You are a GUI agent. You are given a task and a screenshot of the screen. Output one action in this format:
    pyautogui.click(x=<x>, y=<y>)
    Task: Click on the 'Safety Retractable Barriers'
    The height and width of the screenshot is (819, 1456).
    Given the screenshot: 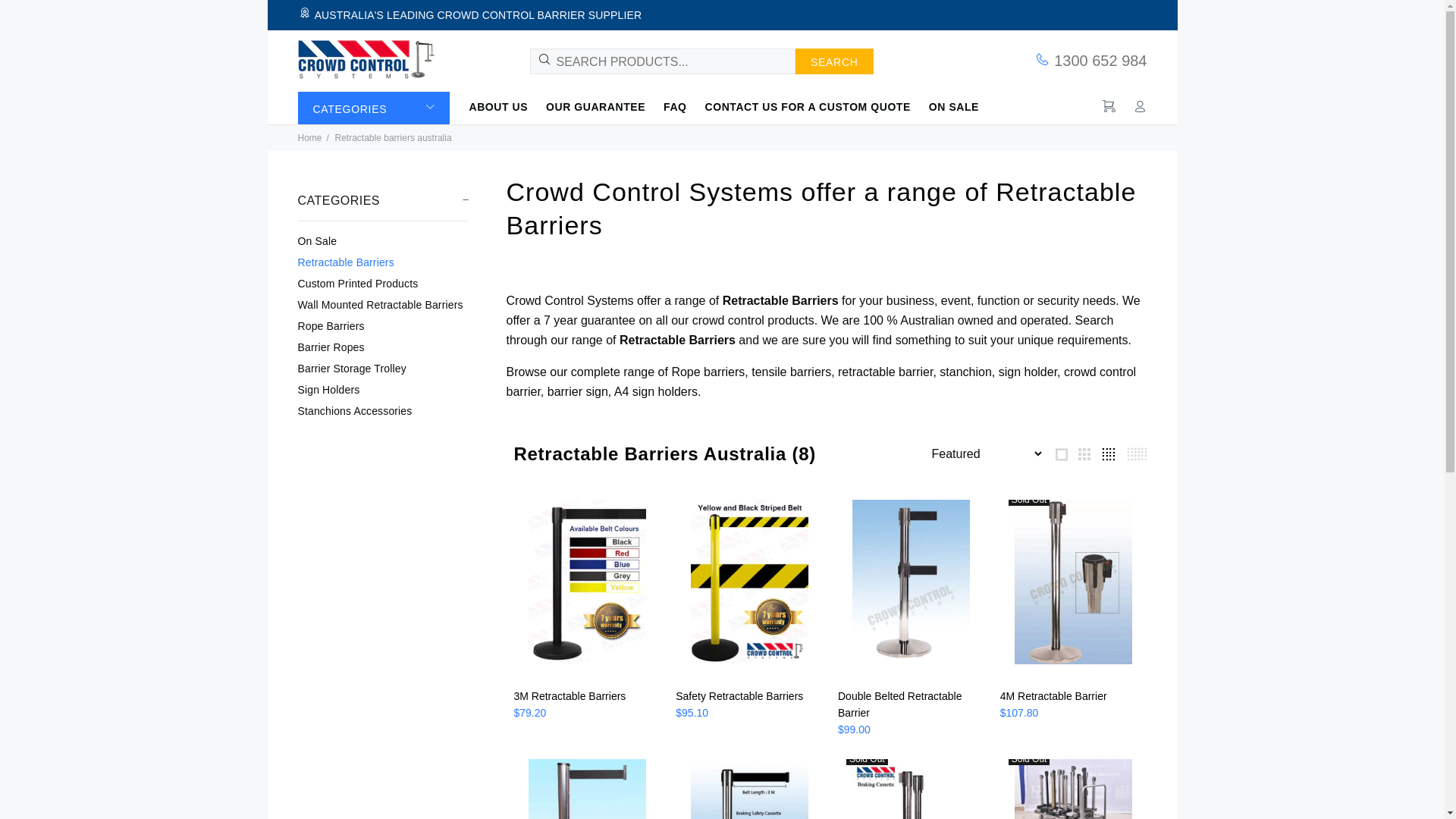 What is the action you would take?
    pyautogui.click(x=739, y=696)
    